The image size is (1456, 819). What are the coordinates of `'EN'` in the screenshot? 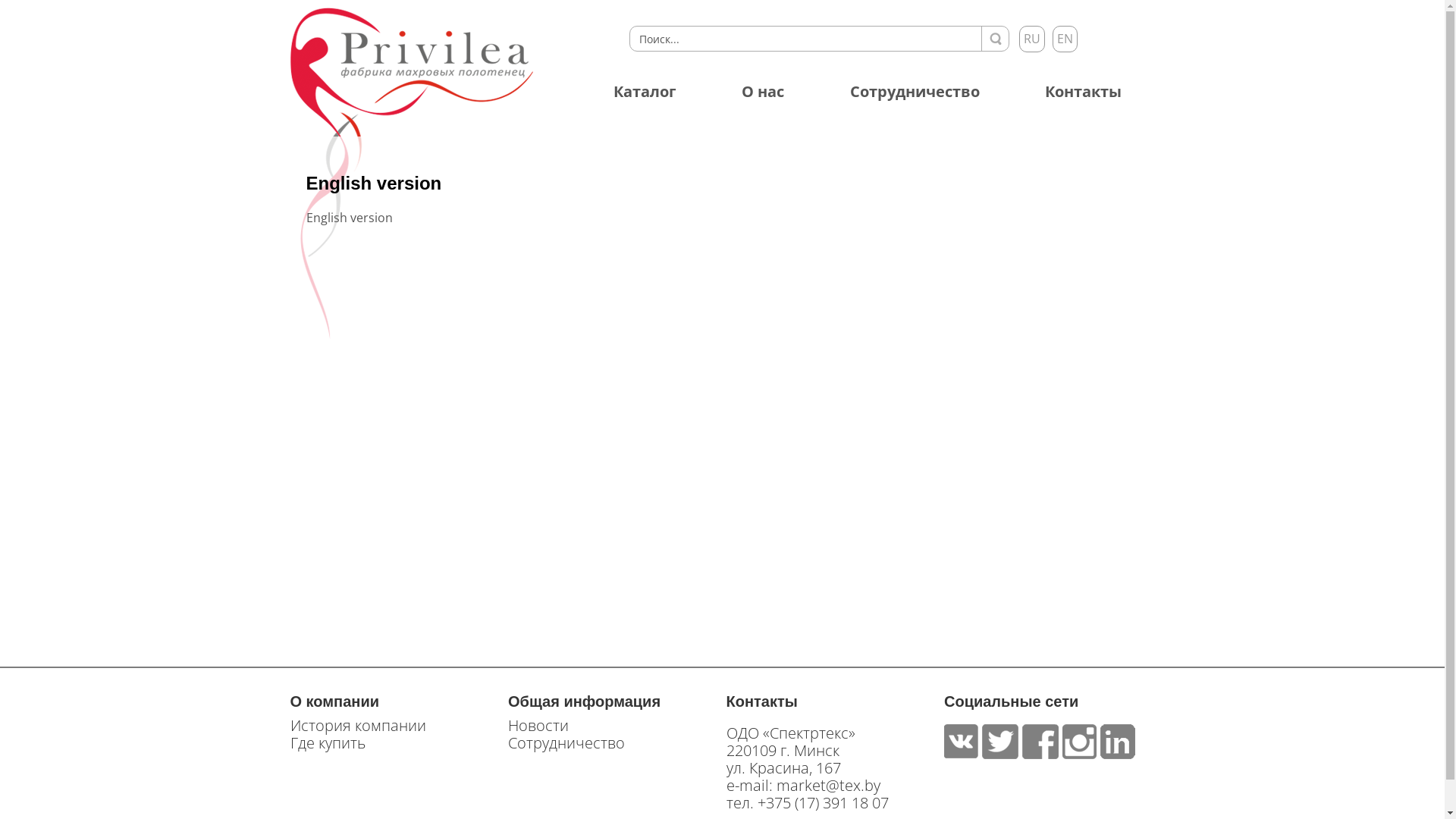 It's located at (1064, 38).